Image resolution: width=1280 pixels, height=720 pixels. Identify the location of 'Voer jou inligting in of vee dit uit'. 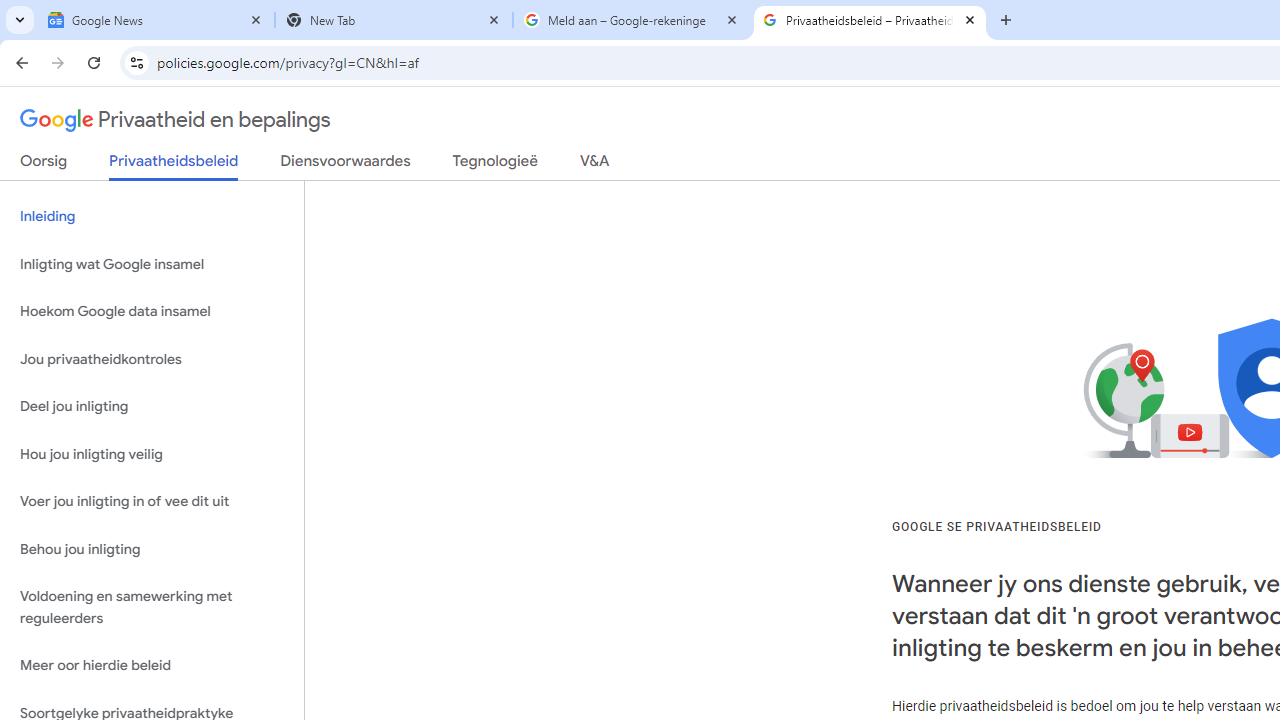
(151, 501).